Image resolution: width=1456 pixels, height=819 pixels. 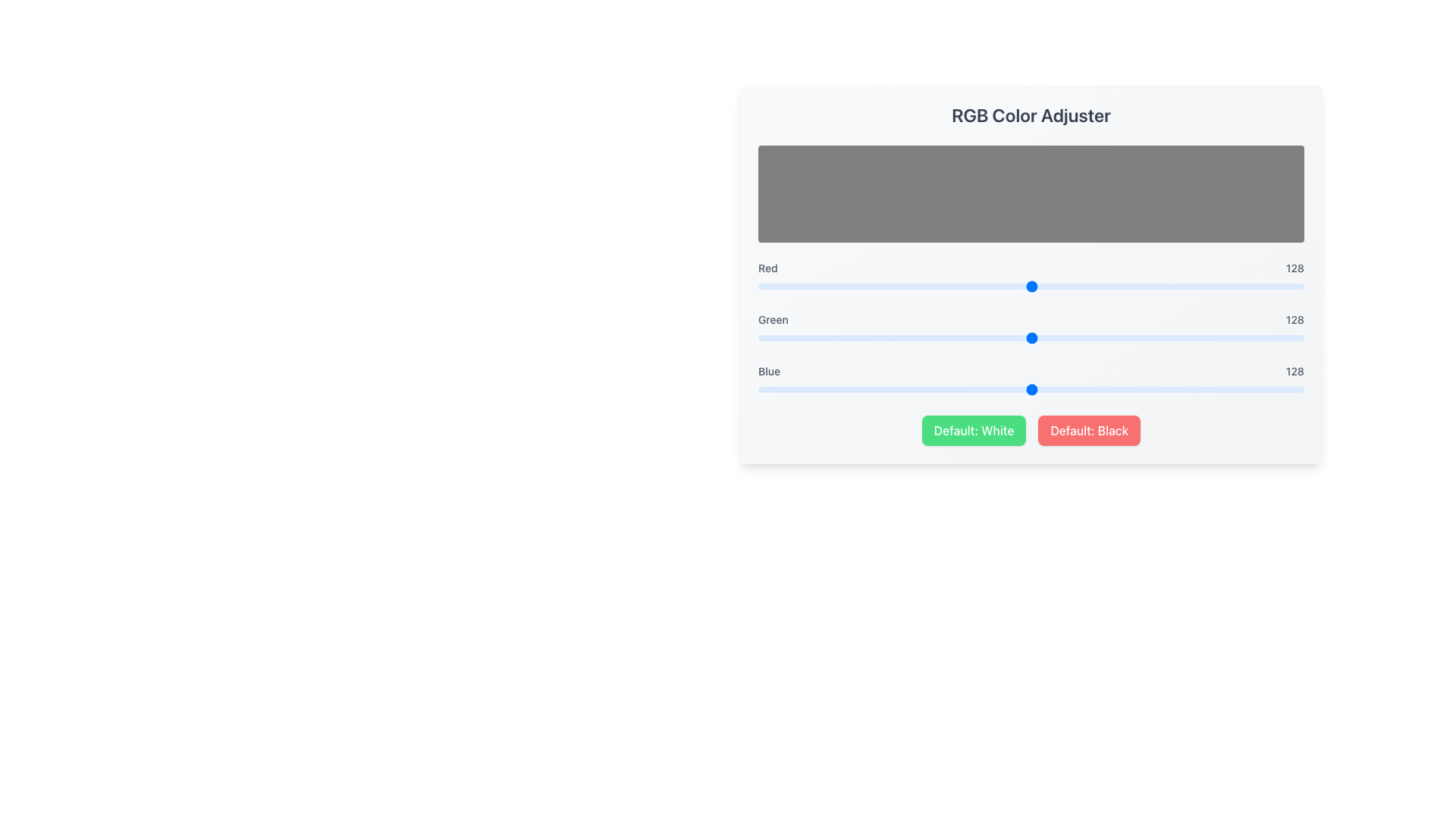 What do you see at coordinates (1031, 278) in the screenshot?
I see `the horizontal slider bar labeled 'Red' to move the knob directly to the clicked position` at bounding box center [1031, 278].